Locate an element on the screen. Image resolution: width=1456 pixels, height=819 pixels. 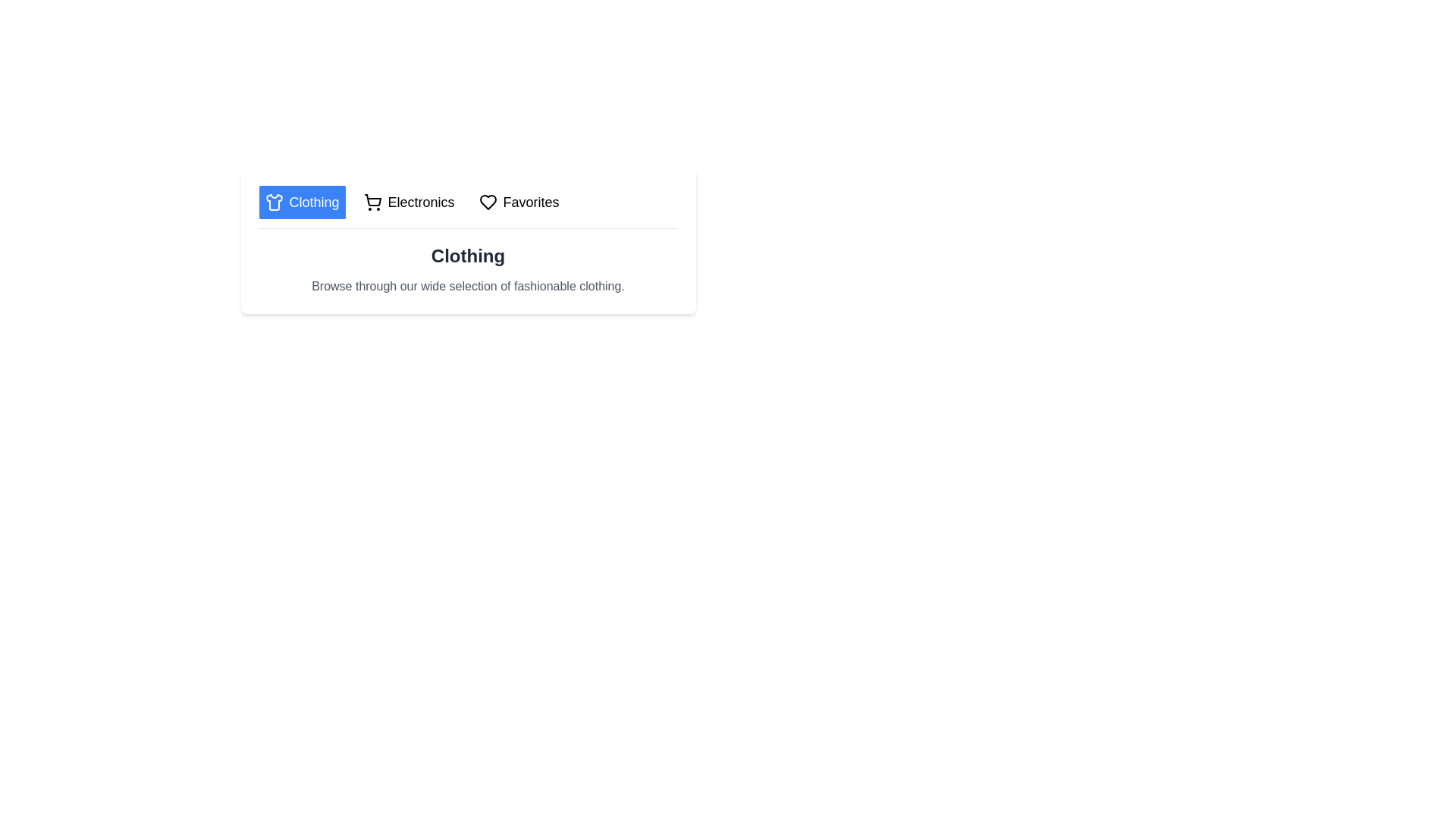
the tab labeled Electronics to display more options is located at coordinates (409, 201).